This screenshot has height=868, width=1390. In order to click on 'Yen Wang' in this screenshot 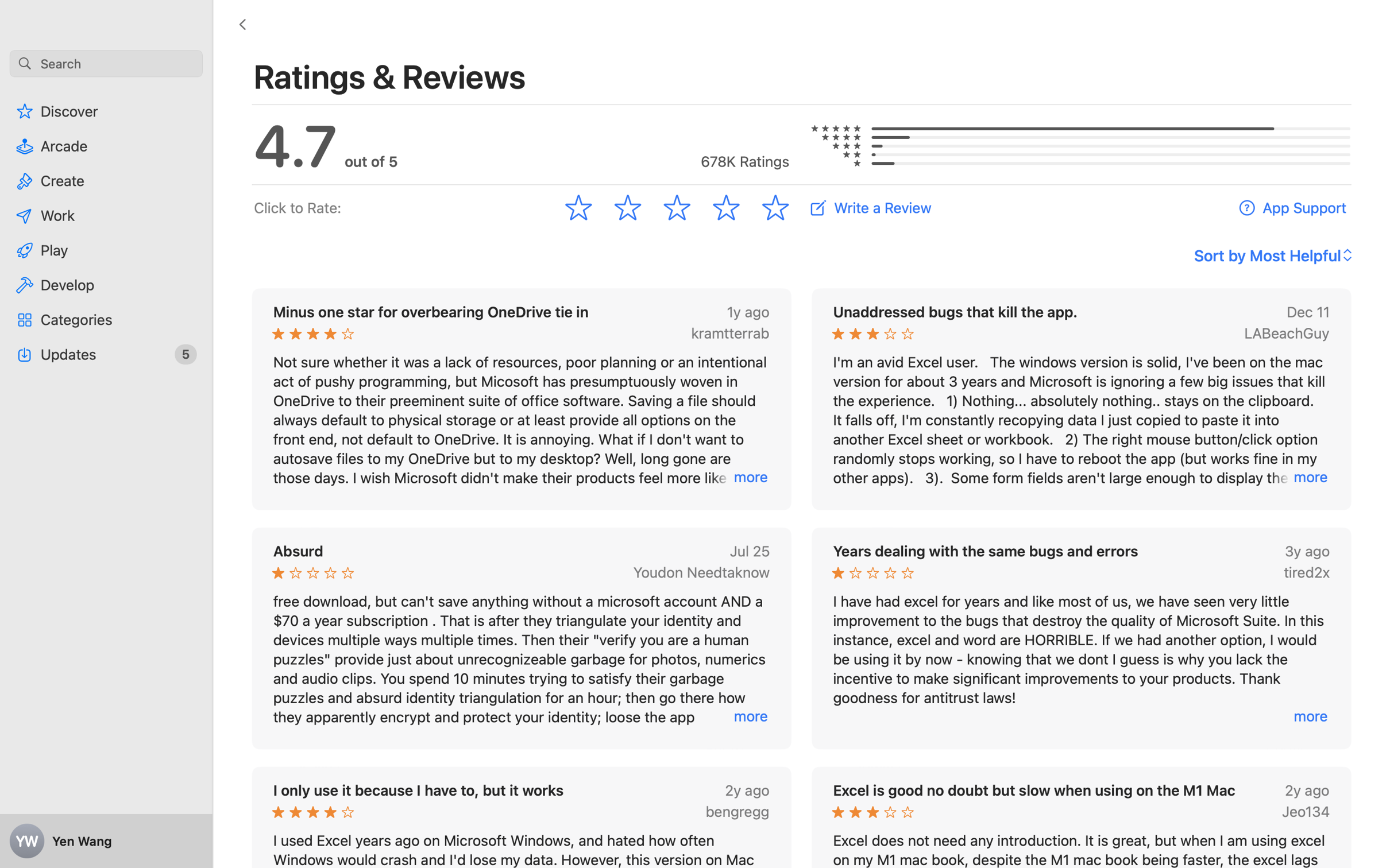, I will do `click(106, 841)`.